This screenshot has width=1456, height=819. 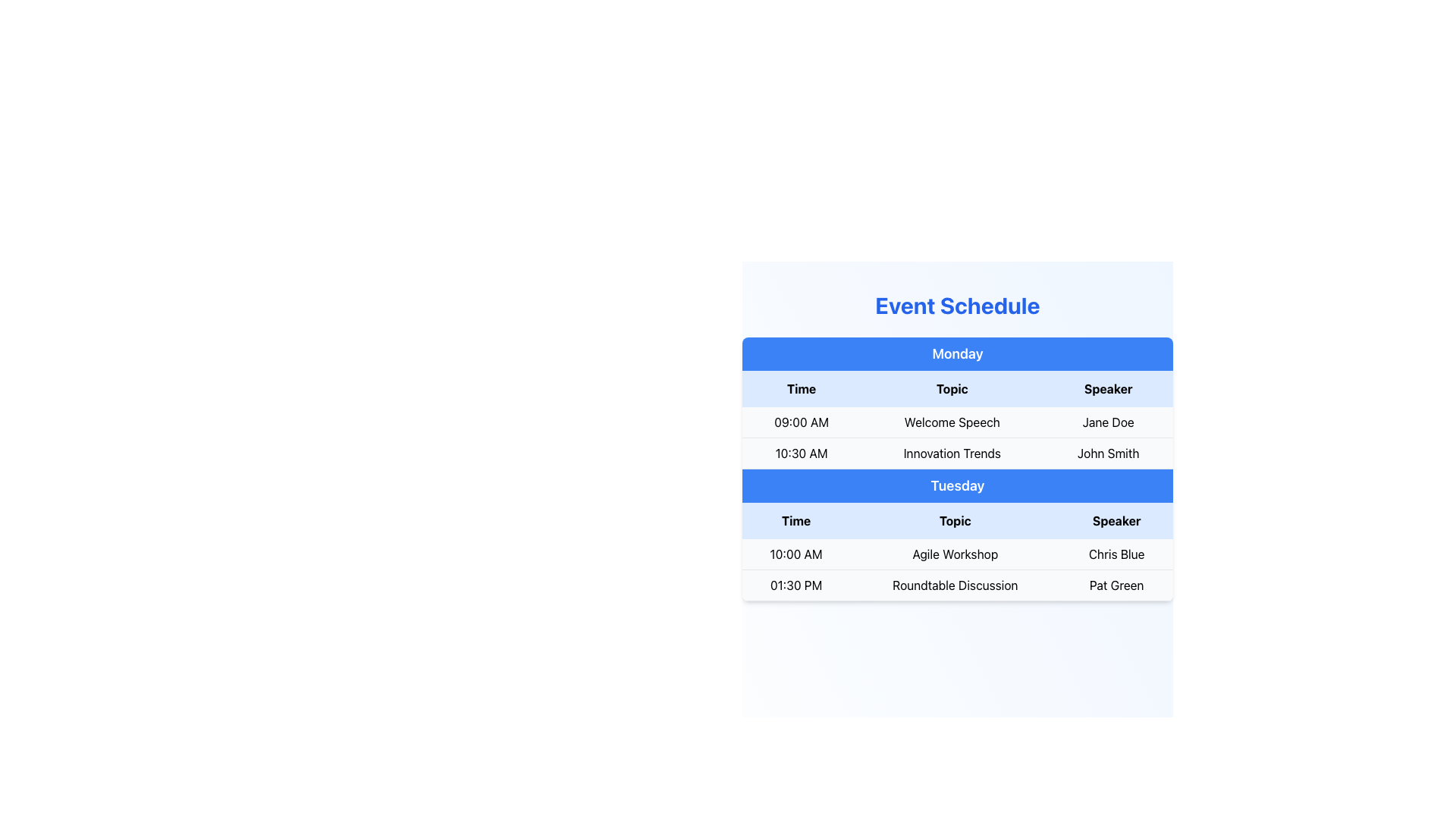 I want to click on the 'Time' Text Label element located in the header row of the table, which is visually styled with bold font and centered alignment, positioned to the far left of the row labeled 'TimeTopicSpeaker', so click(x=801, y=388).